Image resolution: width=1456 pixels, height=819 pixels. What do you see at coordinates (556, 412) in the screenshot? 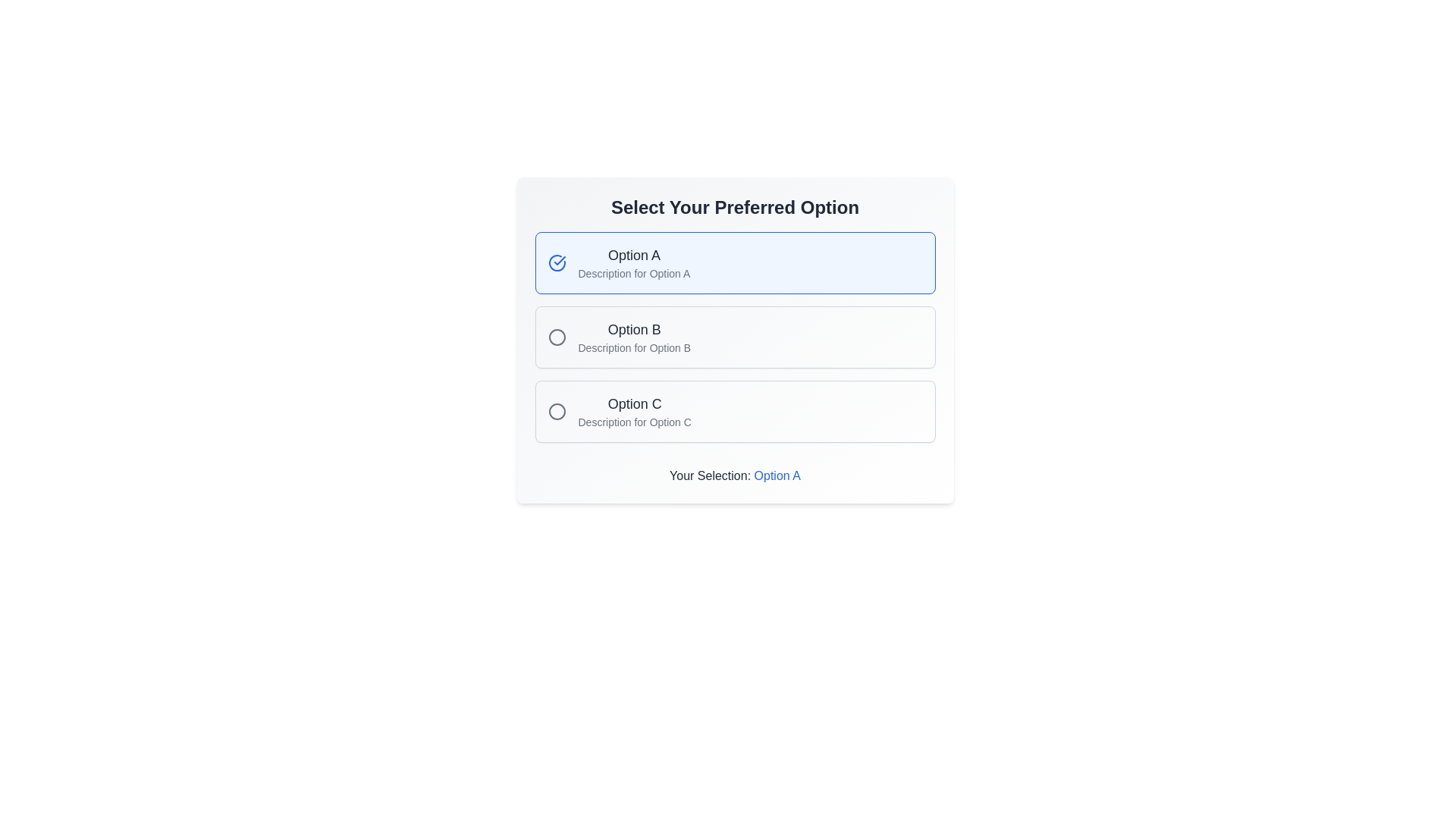
I see `the selectable radio button icon located to the left of the text 'Option C', which is styled as a hollow circle with a gray border` at bounding box center [556, 412].